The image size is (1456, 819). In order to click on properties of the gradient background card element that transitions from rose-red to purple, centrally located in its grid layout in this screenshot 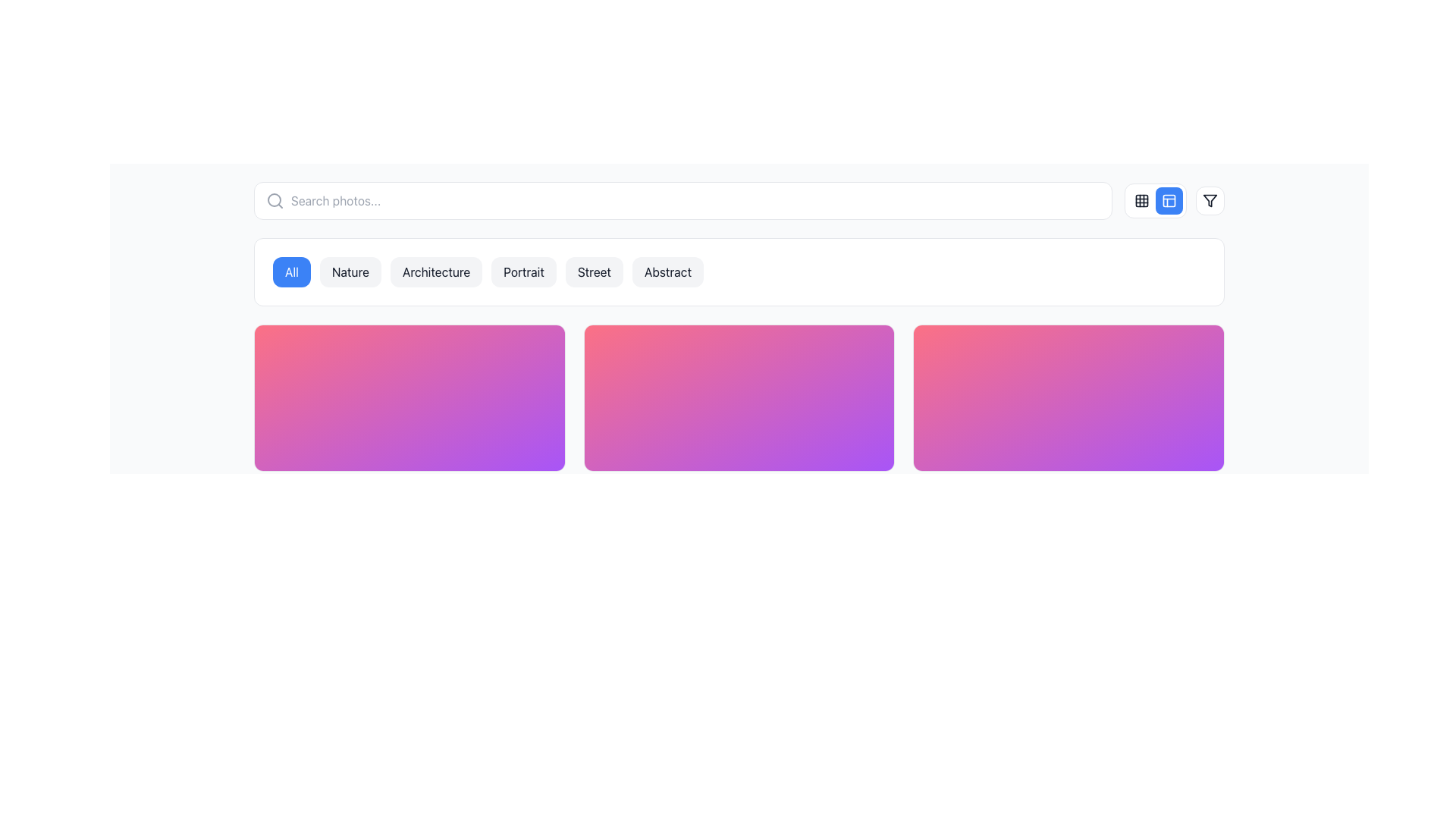, I will do `click(739, 397)`.